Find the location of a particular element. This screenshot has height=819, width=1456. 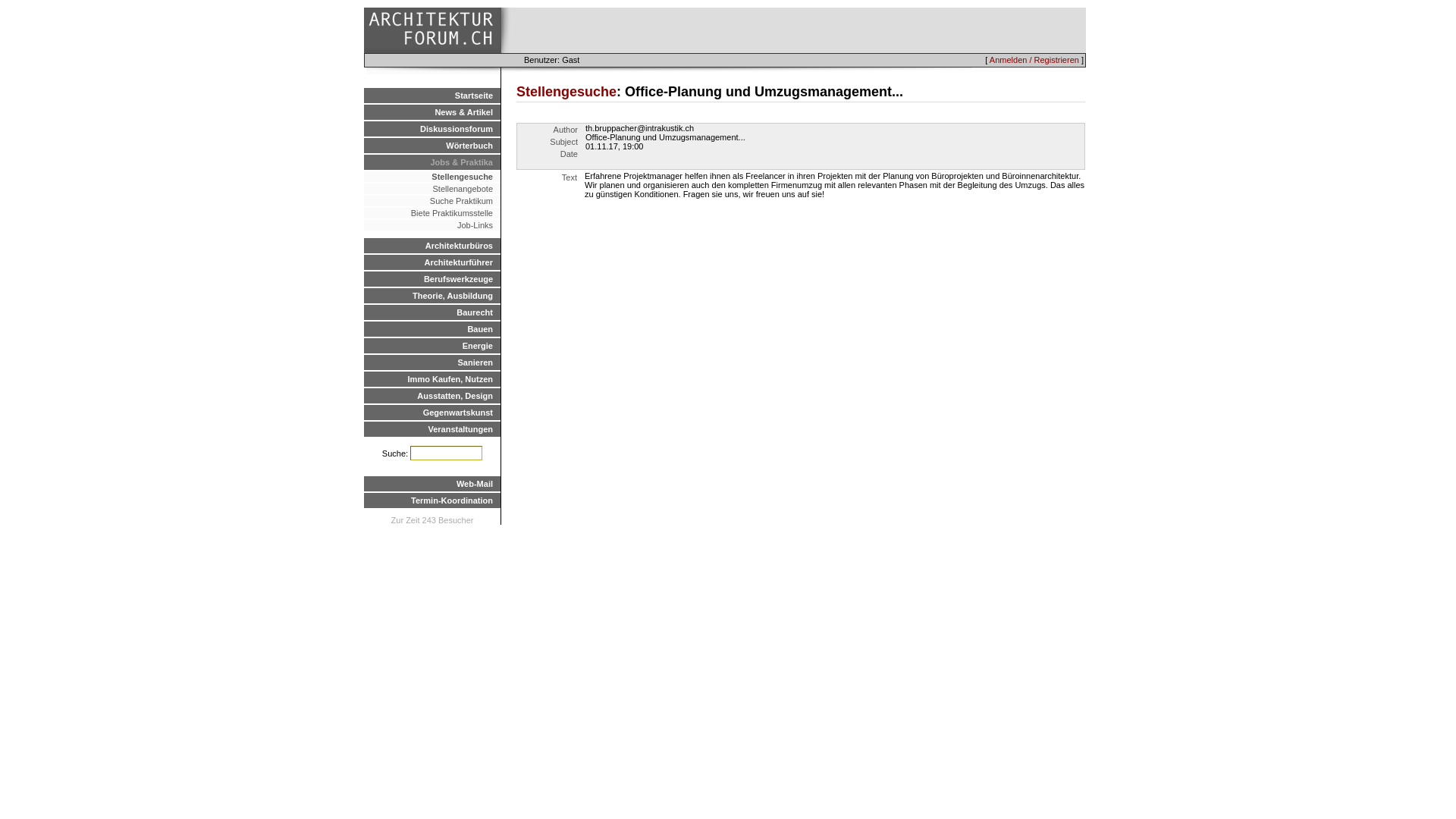

'Anmelden / Registrieren' is located at coordinates (1033, 58).